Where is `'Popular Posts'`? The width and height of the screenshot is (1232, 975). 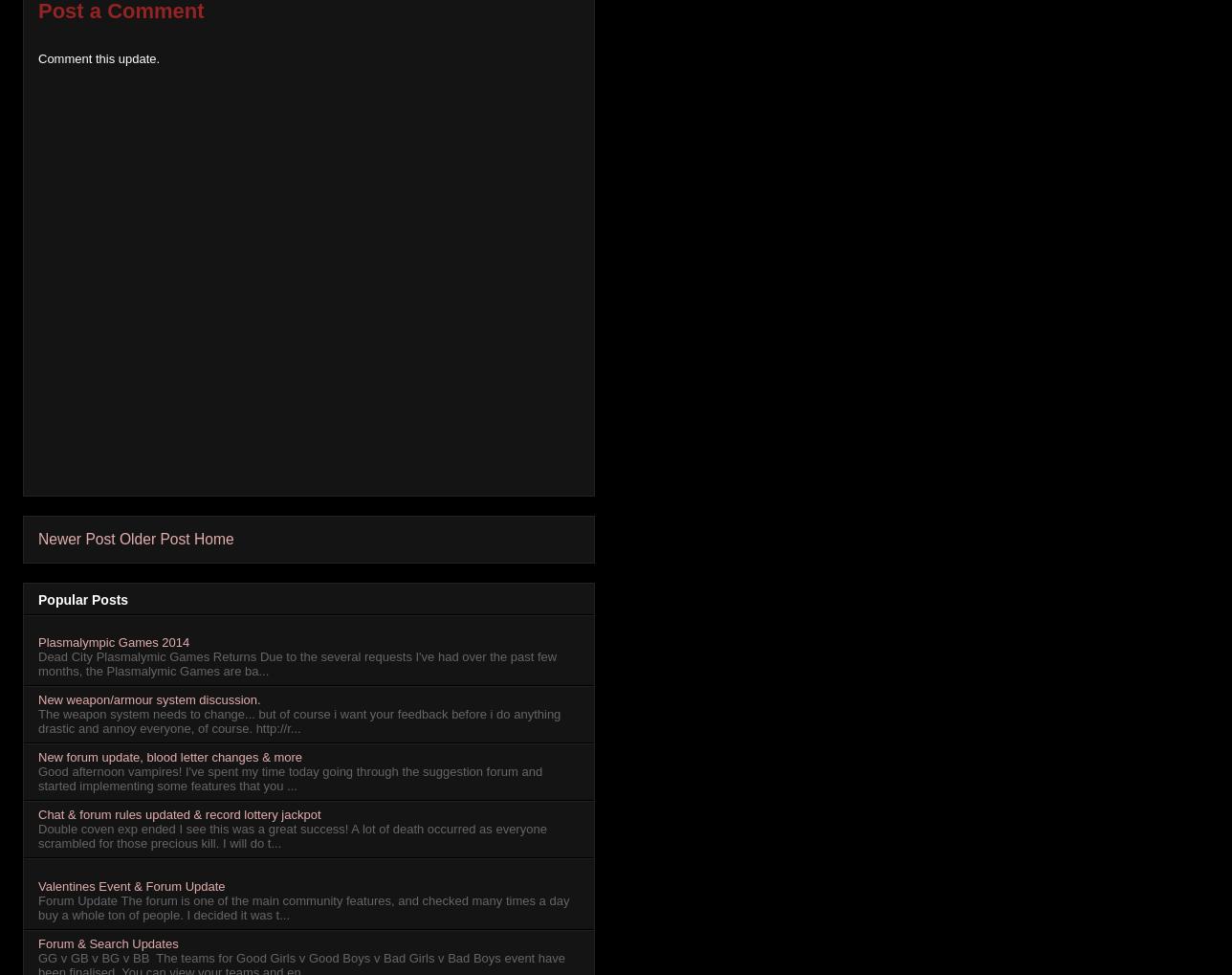 'Popular Posts' is located at coordinates (82, 598).